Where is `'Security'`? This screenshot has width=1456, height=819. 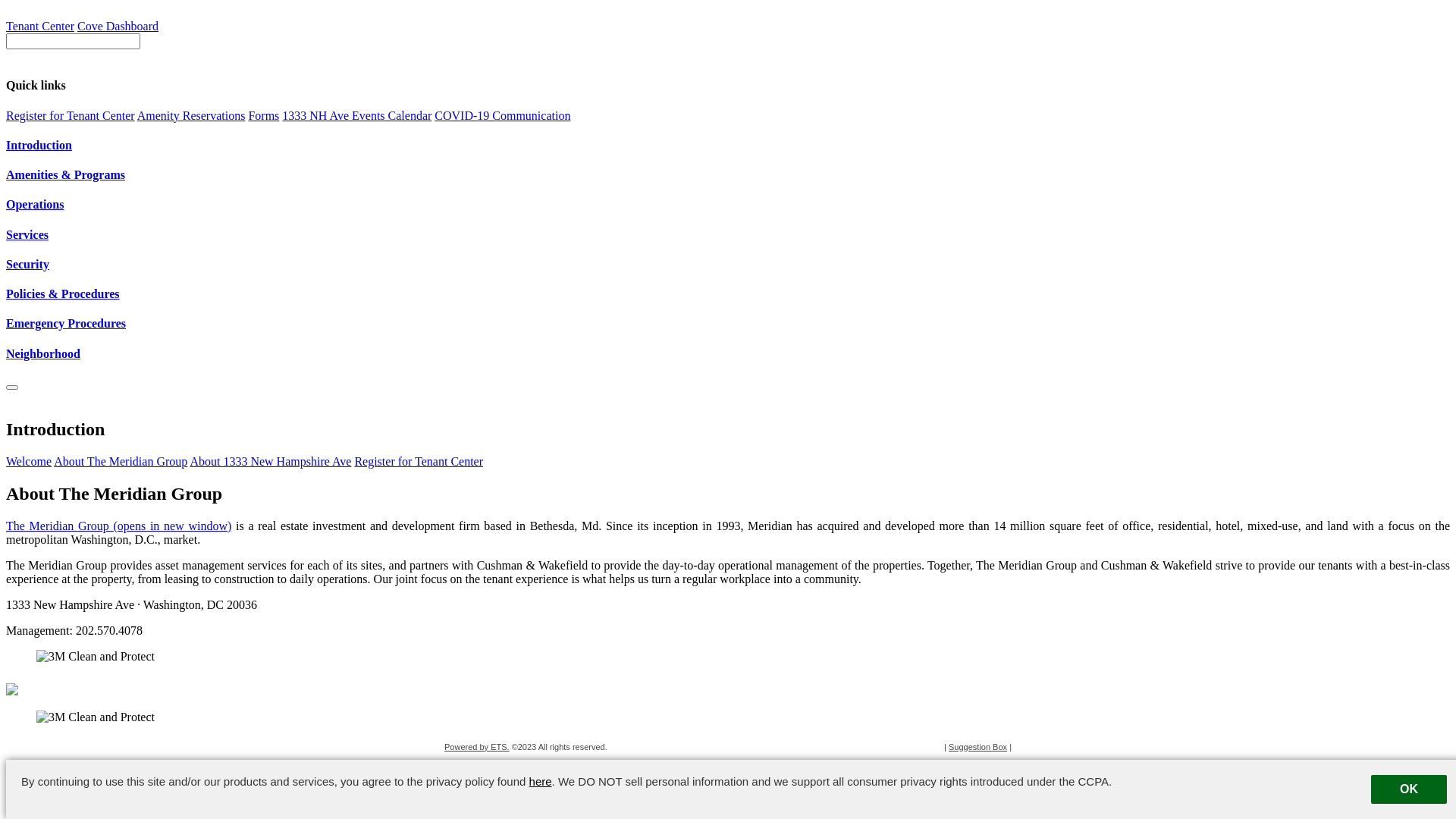 'Security' is located at coordinates (6, 263).